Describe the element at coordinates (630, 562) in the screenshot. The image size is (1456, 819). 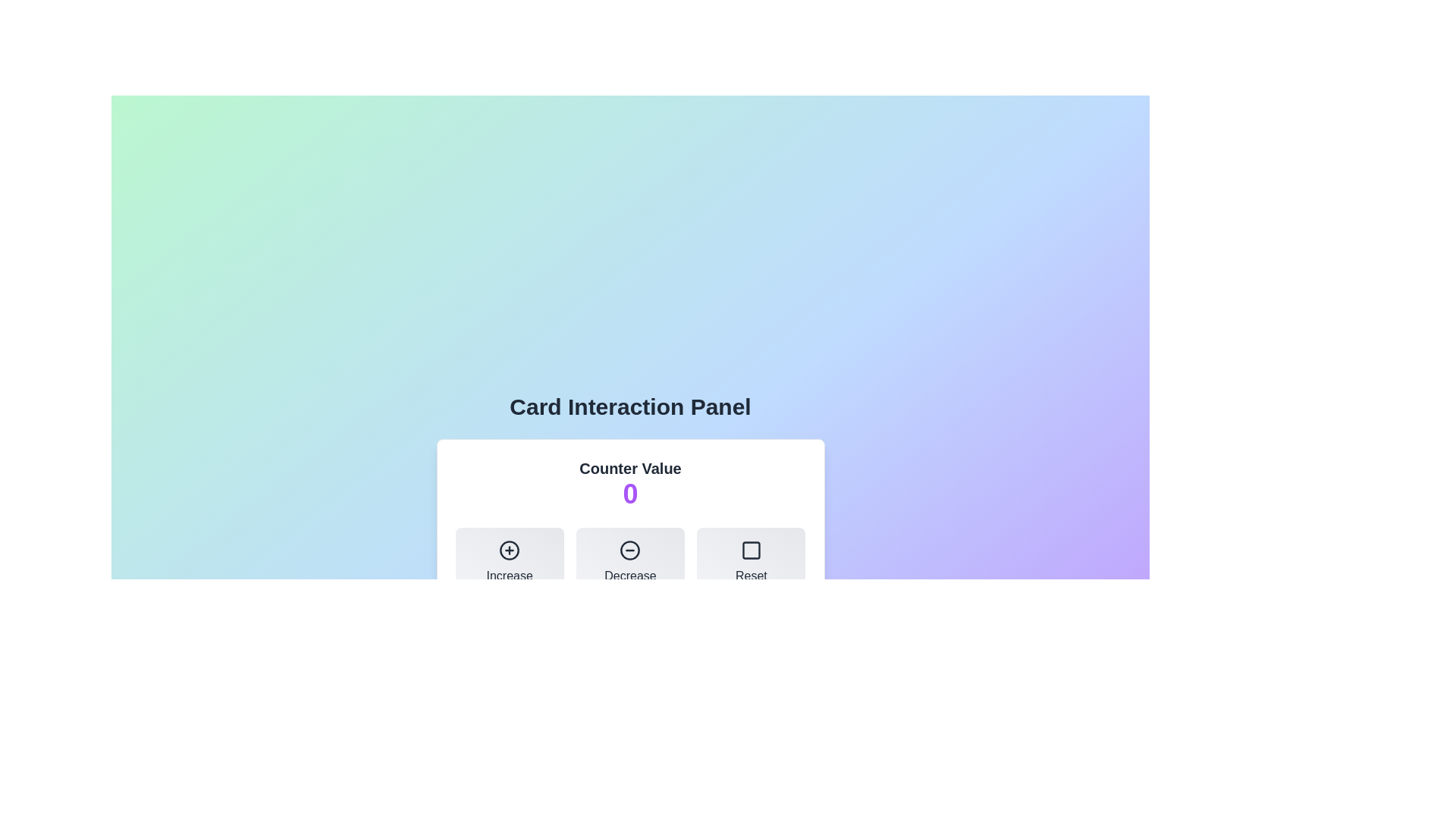
I see `the 'Decrease' button, which is part of a horizontal group of buttons labeled 'Increase', 'Decrease', and 'Reset', located beneath the 'Counter Value' panel` at that location.